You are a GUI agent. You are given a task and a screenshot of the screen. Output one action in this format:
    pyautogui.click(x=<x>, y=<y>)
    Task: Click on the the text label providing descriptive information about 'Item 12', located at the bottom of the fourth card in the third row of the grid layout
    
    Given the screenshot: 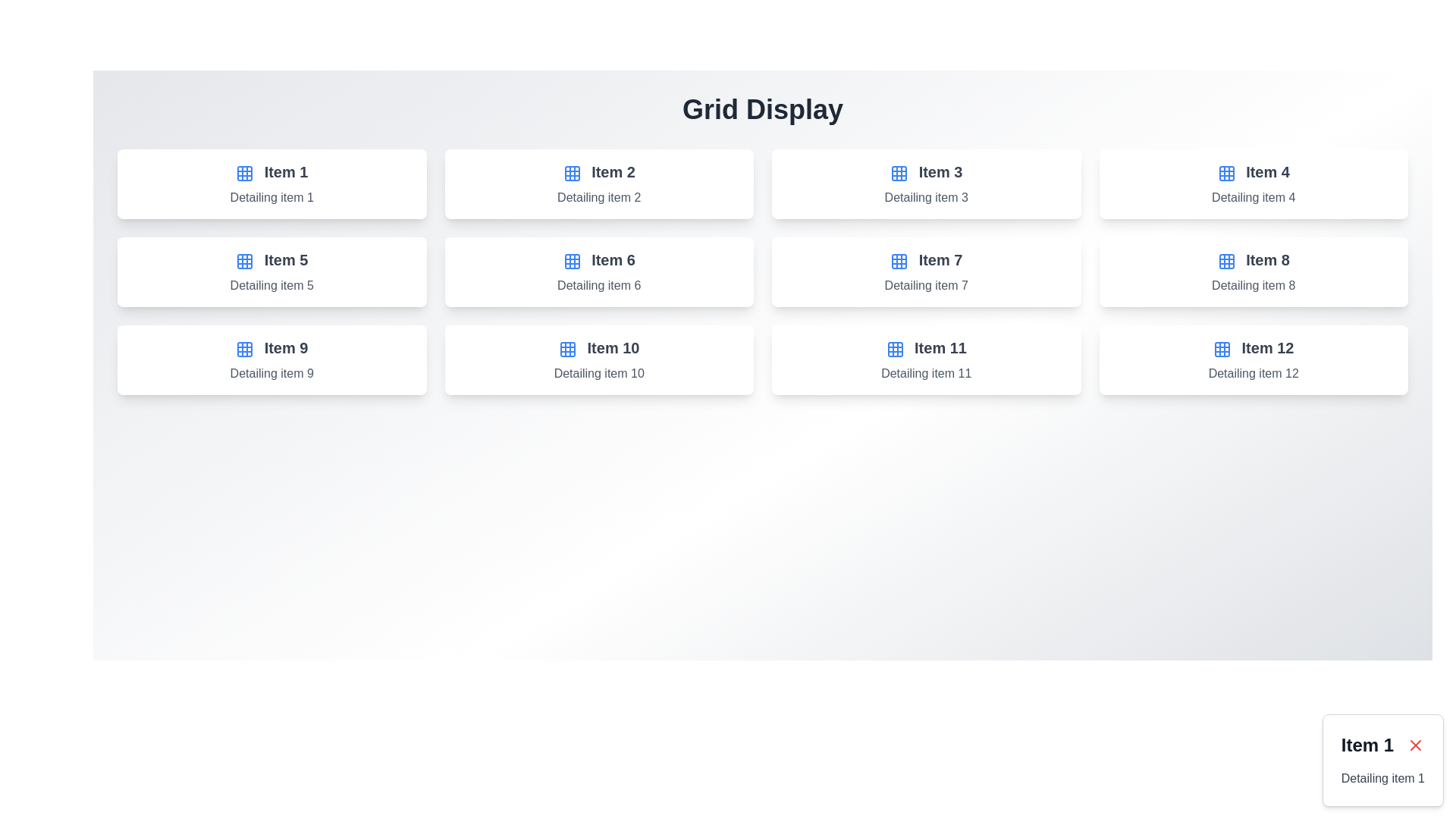 What is the action you would take?
    pyautogui.click(x=1254, y=374)
    